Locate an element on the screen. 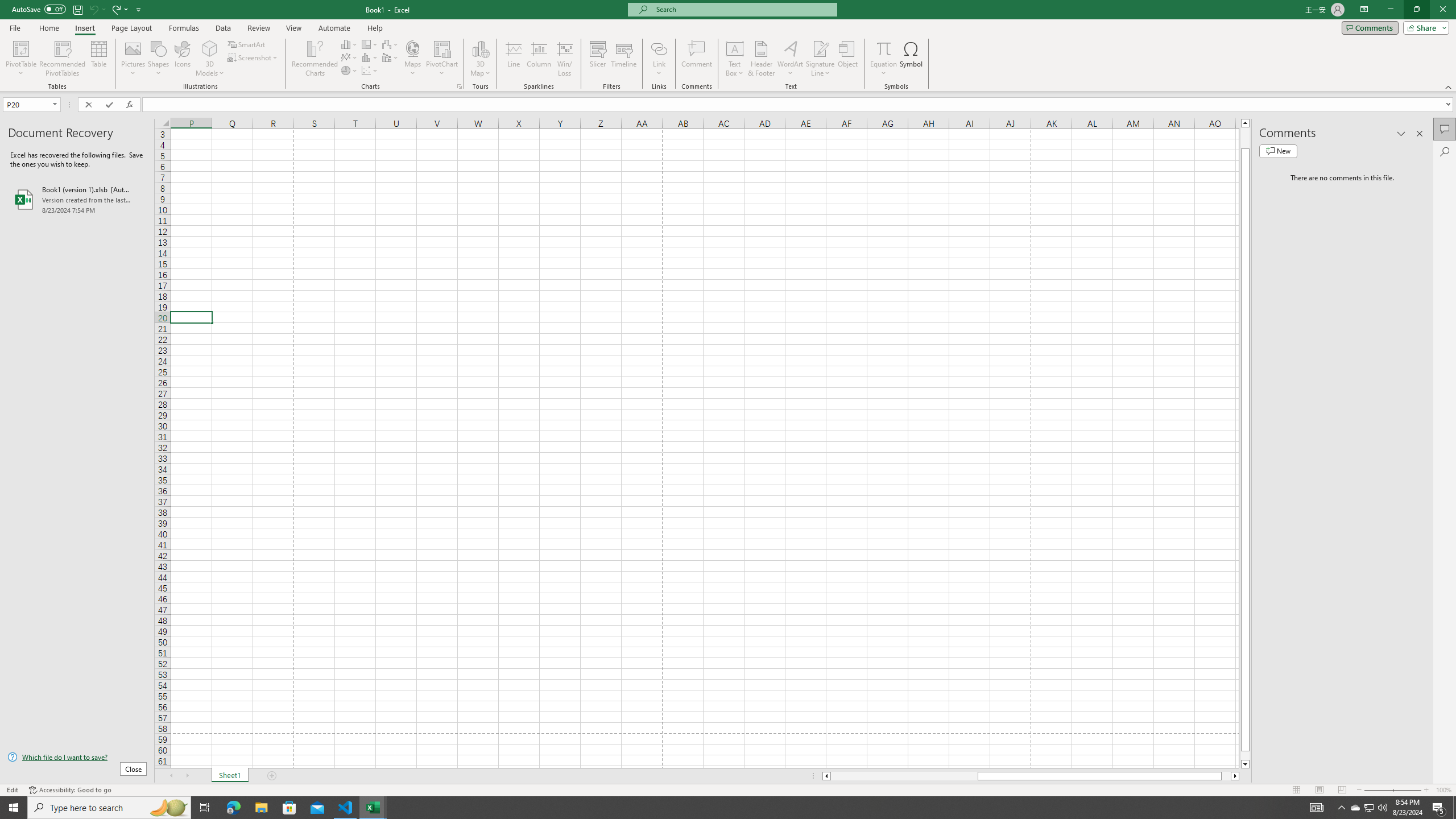  'Table' is located at coordinates (99, 59).